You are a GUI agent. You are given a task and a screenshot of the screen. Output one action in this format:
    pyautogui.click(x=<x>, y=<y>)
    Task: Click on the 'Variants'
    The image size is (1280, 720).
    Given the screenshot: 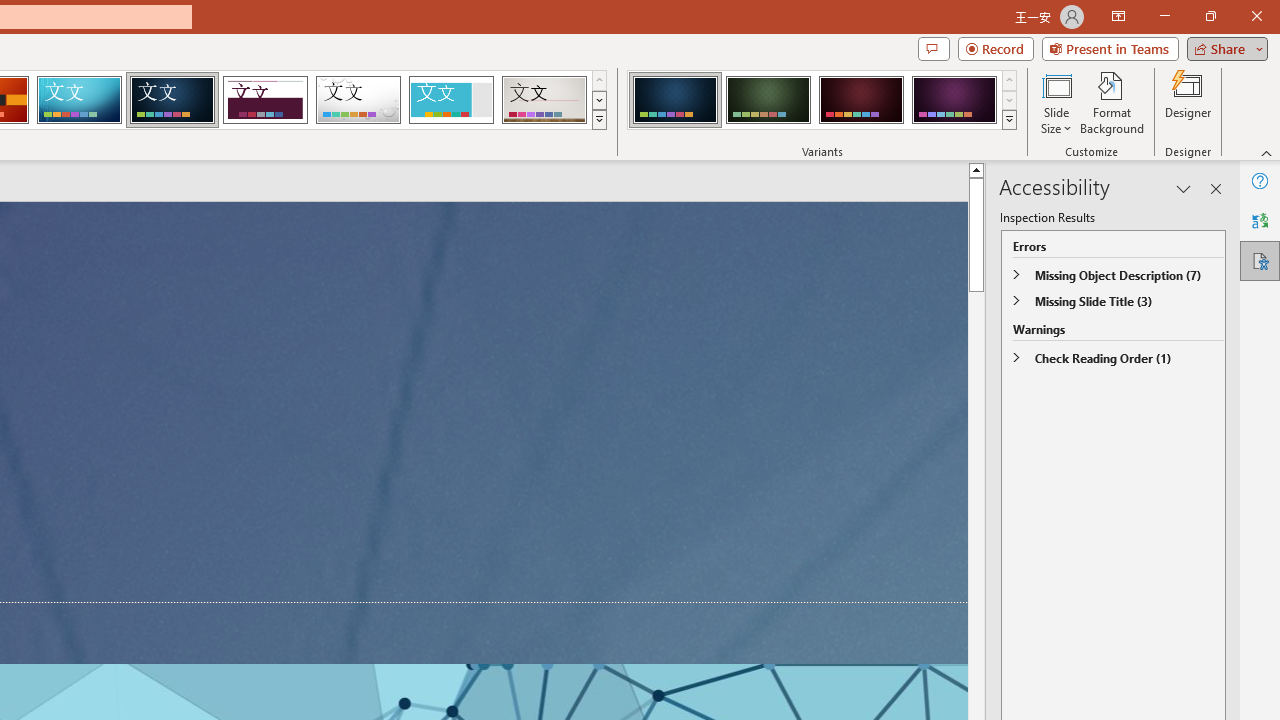 What is the action you would take?
    pyautogui.click(x=1009, y=120)
    